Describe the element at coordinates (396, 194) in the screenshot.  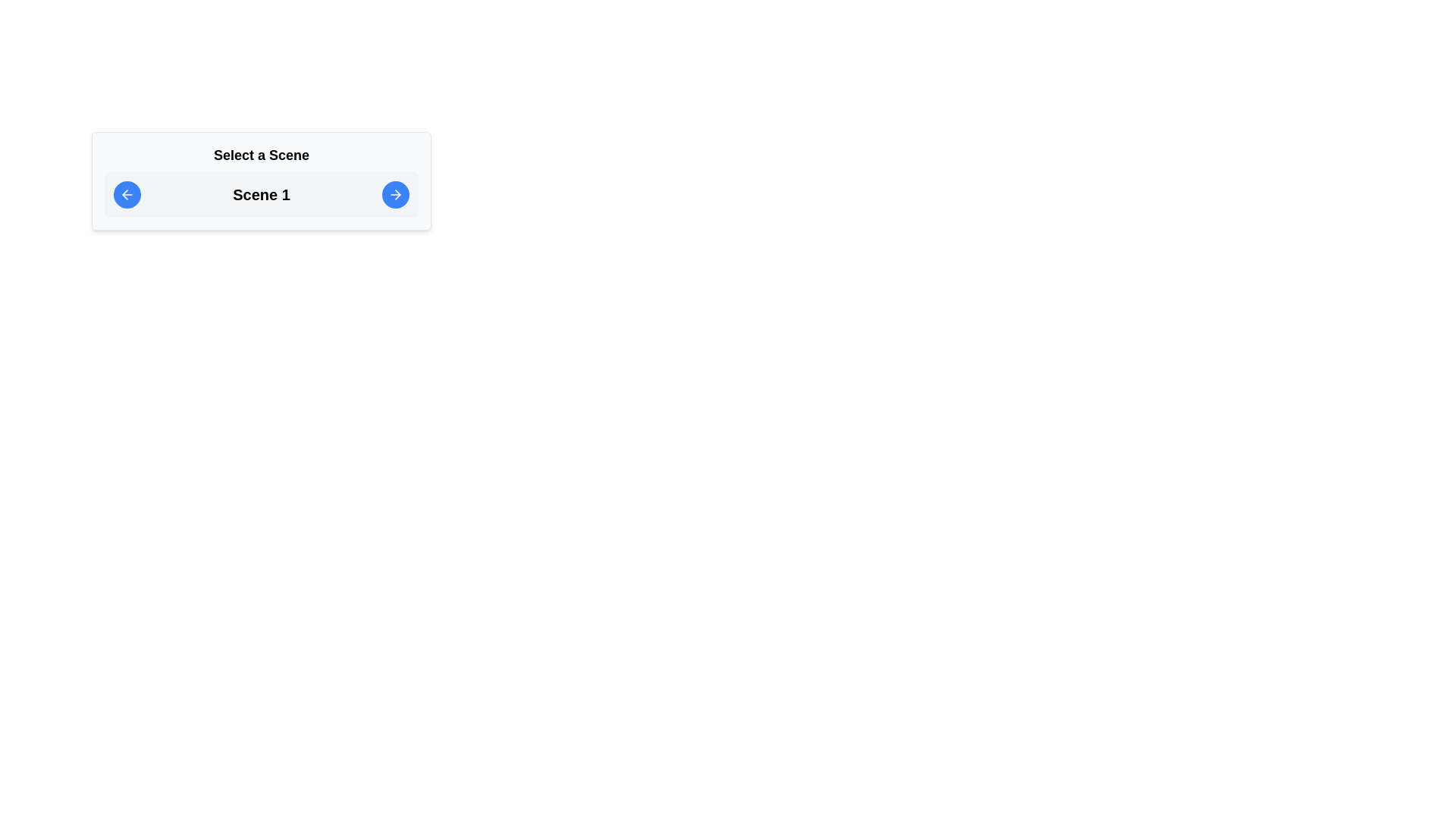
I see `the blue circular button with a white arrow pointing to the right, located adjacent to 'Scene 1', to trigger the hover effect` at that location.